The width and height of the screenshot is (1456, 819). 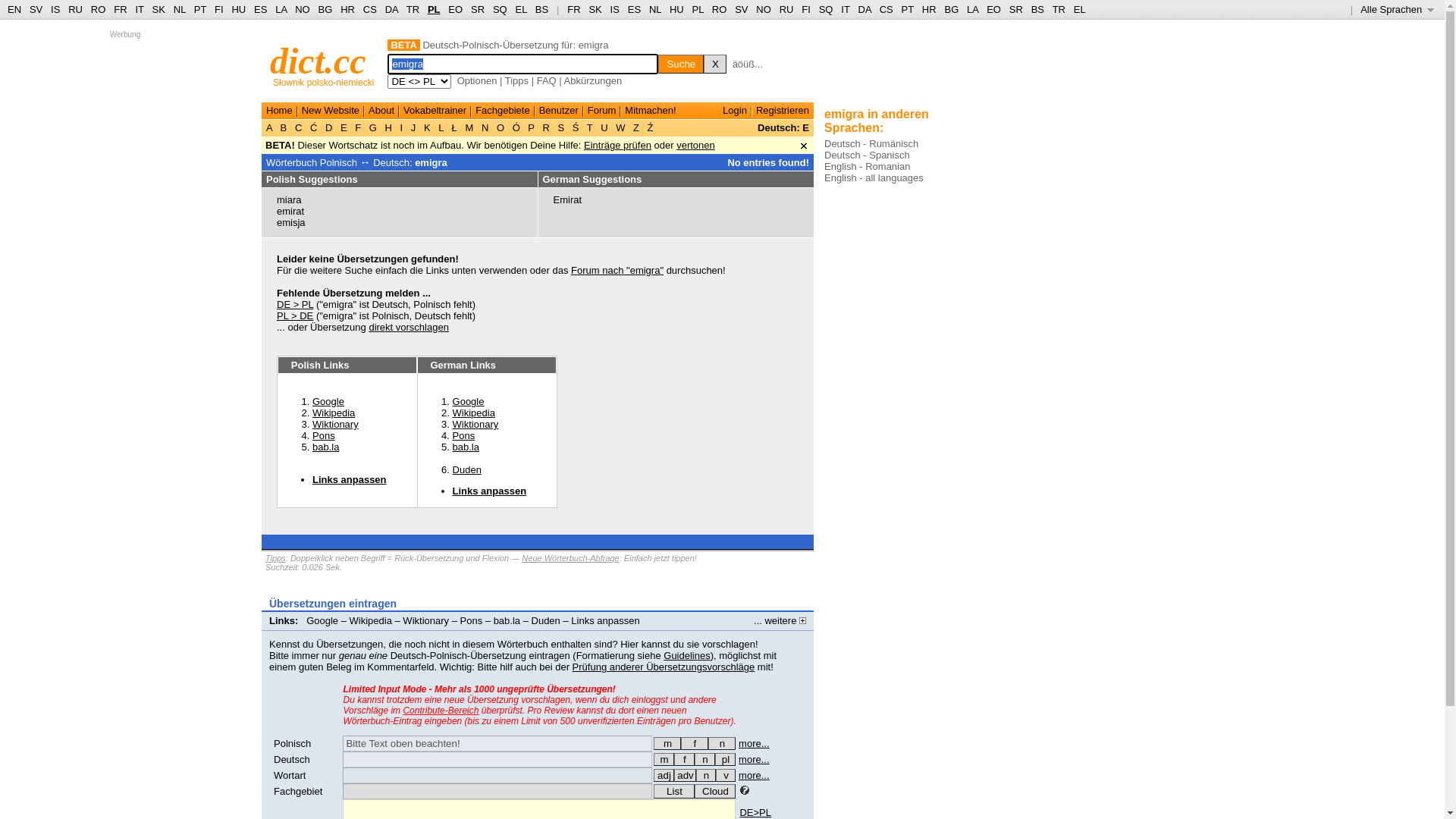 I want to click on 'adj', so click(x=664, y=775).